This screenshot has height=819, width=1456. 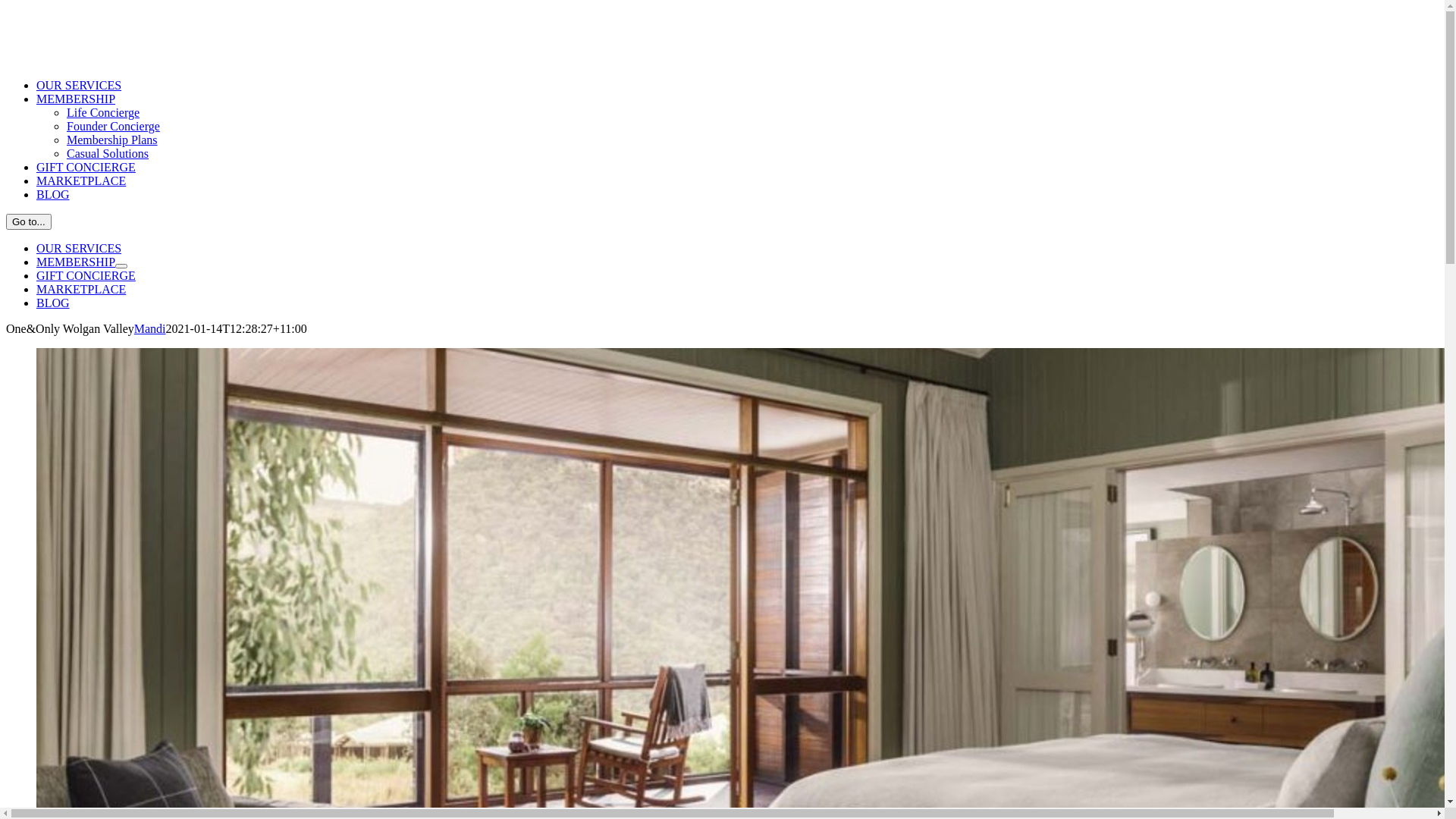 What do you see at coordinates (112, 125) in the screenshot?
I see `'Founder Concierge'` at bounding box center [112, 125].